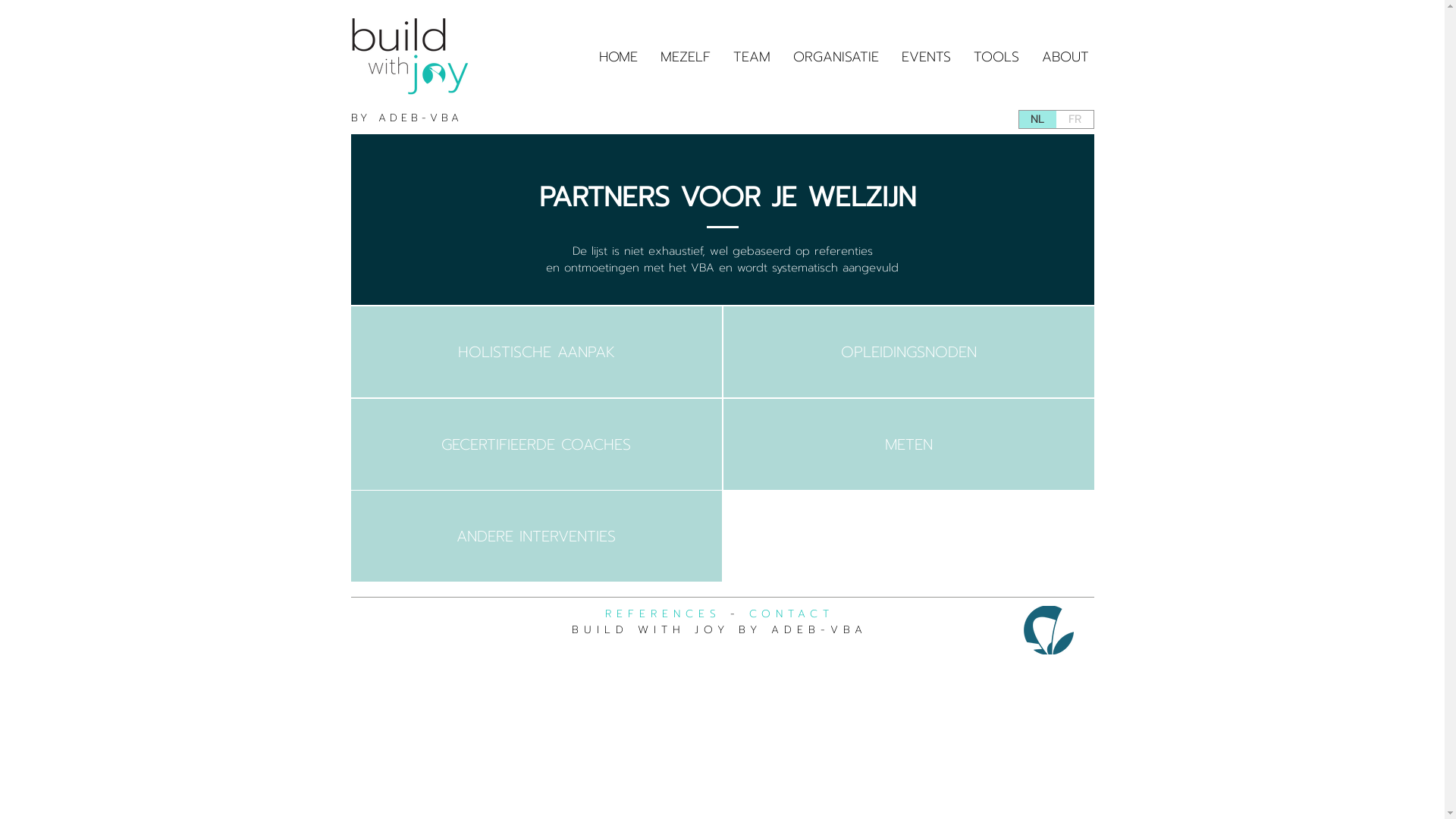 The height and width of the screenshot is (819, 1456). Describe the element at coordinates (1055, 118) in the screenshot. I see `'FR'` at that location.